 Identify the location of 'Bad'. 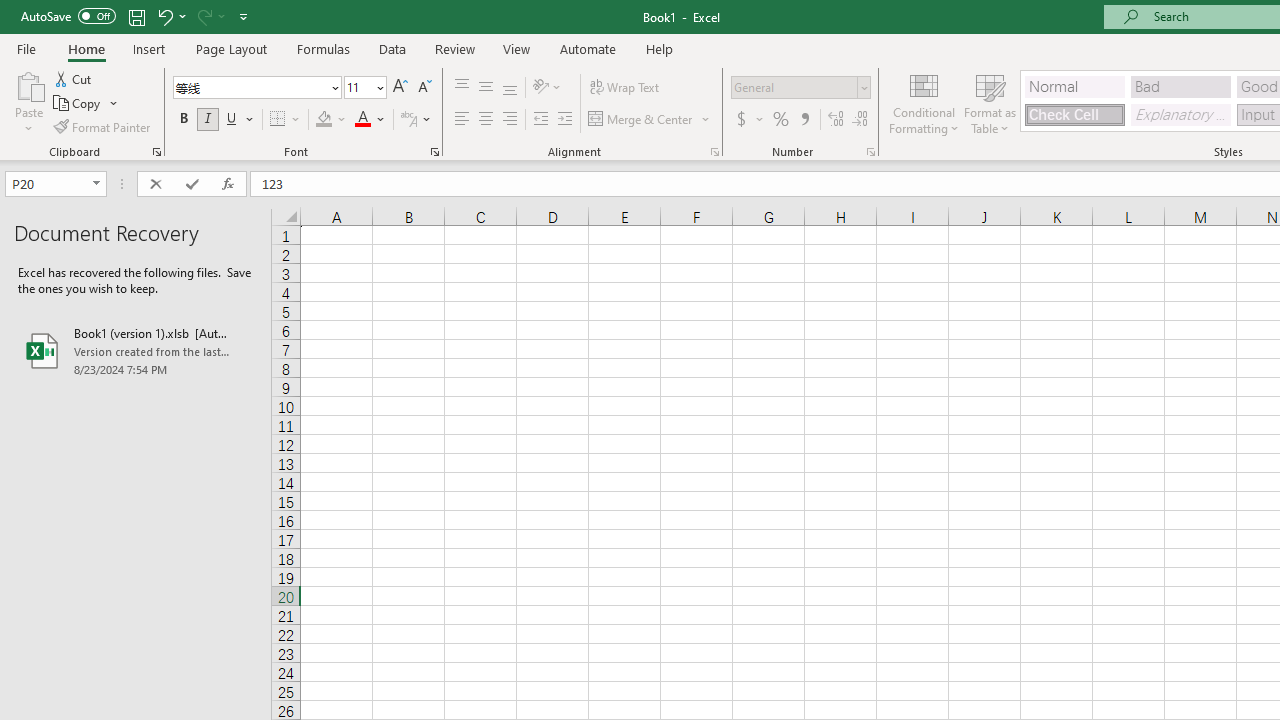
(1180, 85).